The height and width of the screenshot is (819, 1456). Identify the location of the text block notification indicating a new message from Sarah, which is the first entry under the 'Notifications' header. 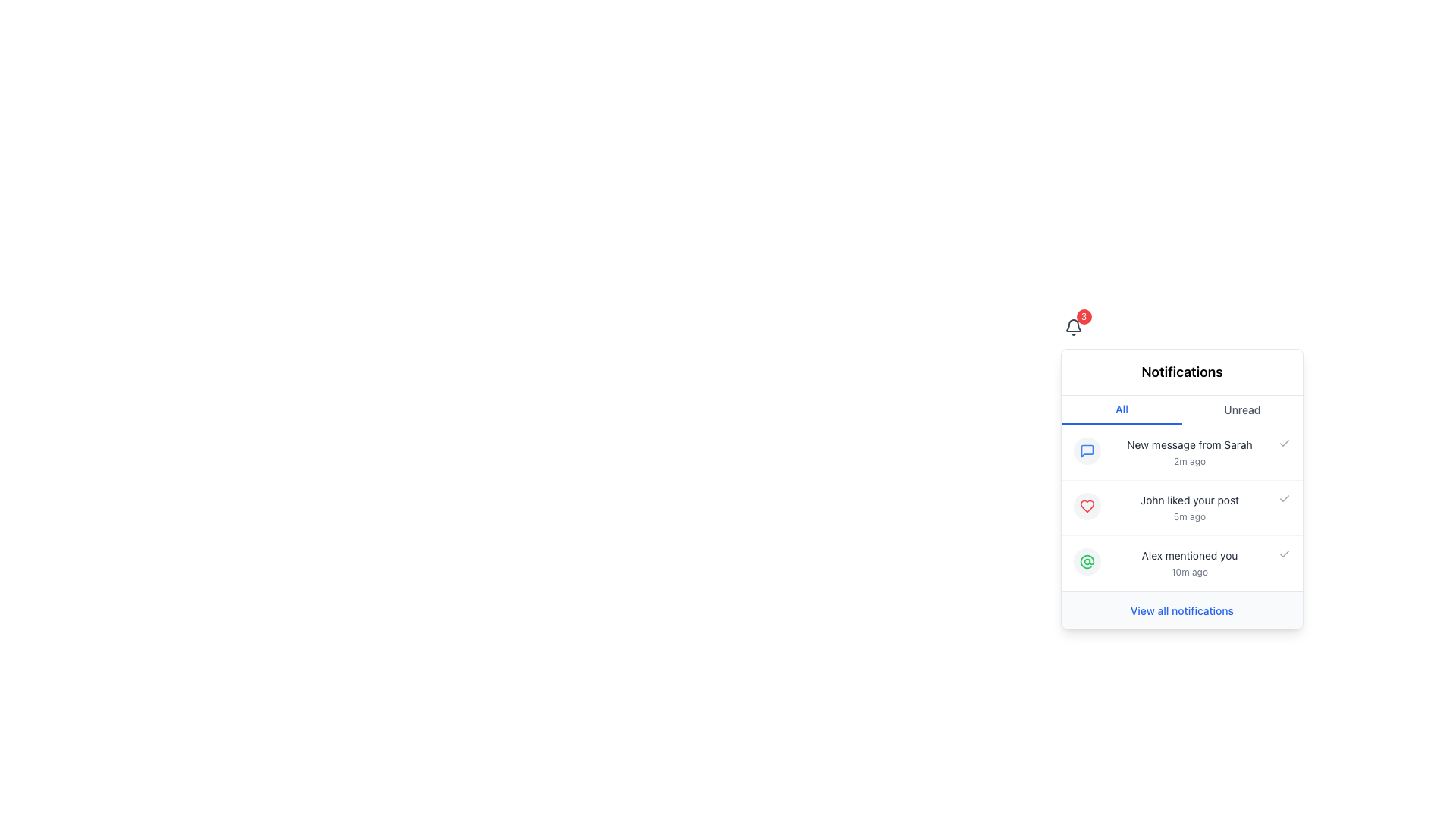
(1189, 452).